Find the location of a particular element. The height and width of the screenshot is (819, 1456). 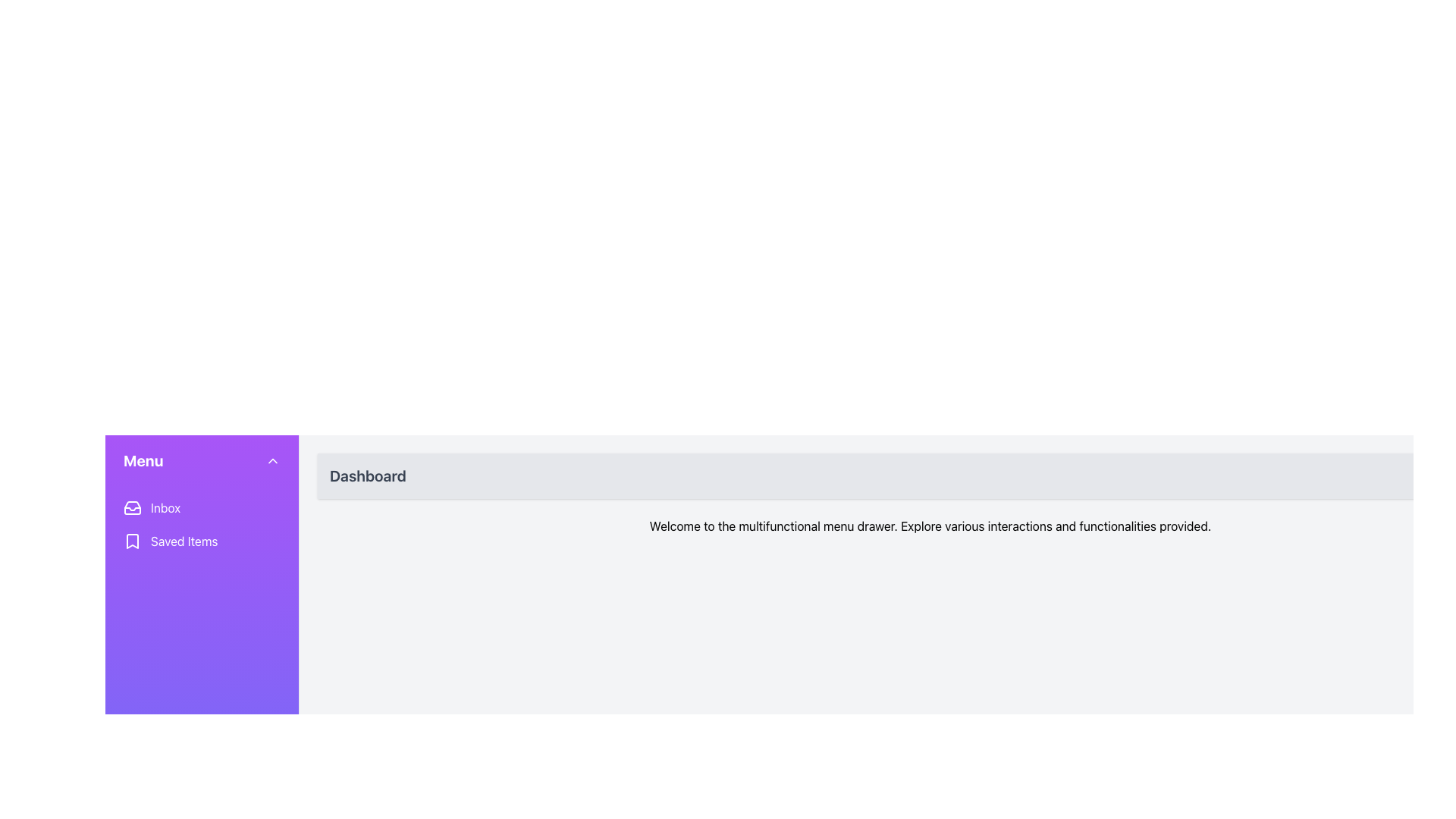

the 'Inbox' menu icon located in the sidebar, which is the leftmost icon above the text label 'Inbox' is located at coordinates (132, 508).